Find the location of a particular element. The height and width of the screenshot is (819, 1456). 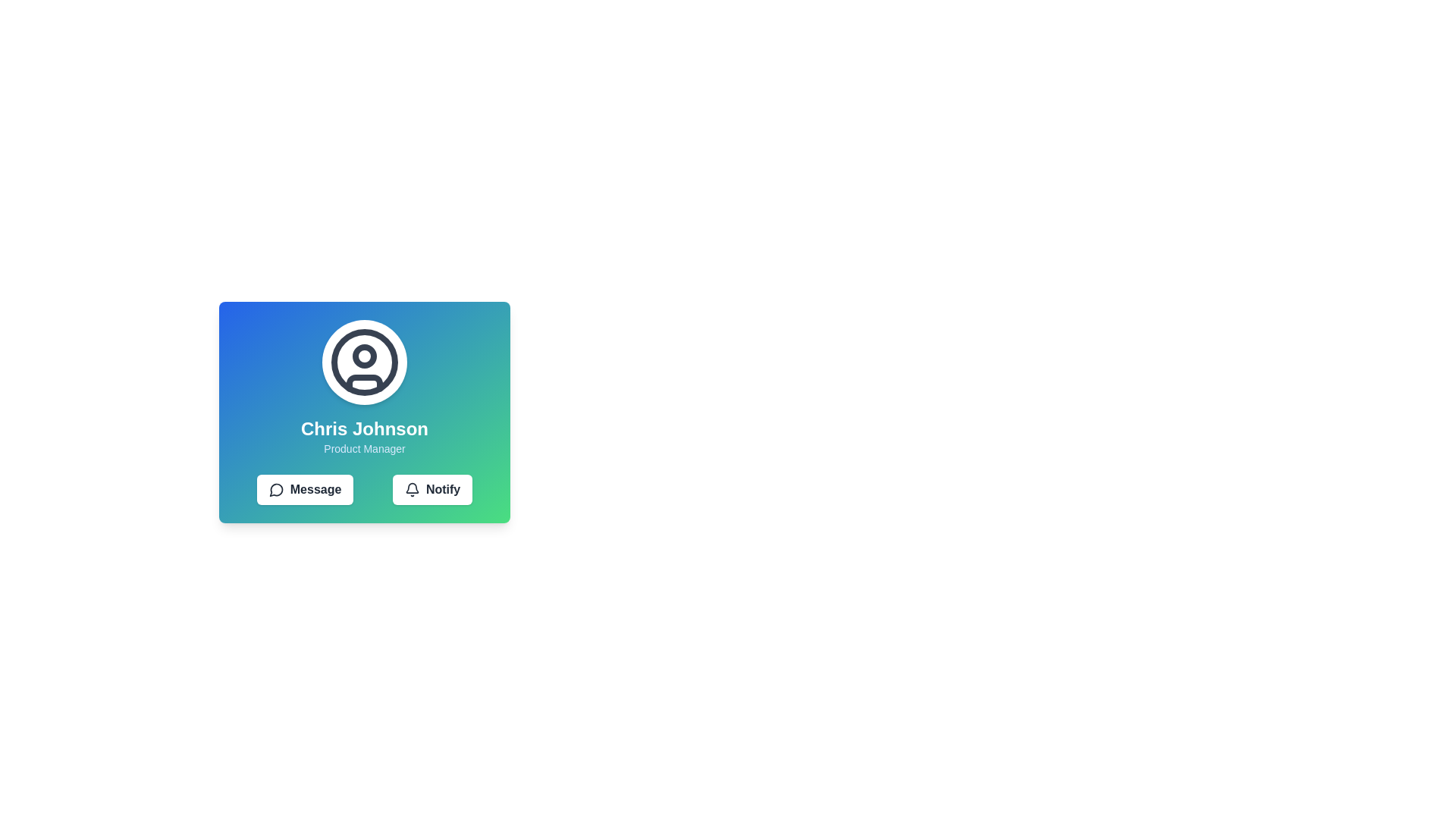

on the Informational card displaying 'Chris Johnson', which features a gradient background and action buttons at the bottom is located at coordinates (364, 412).